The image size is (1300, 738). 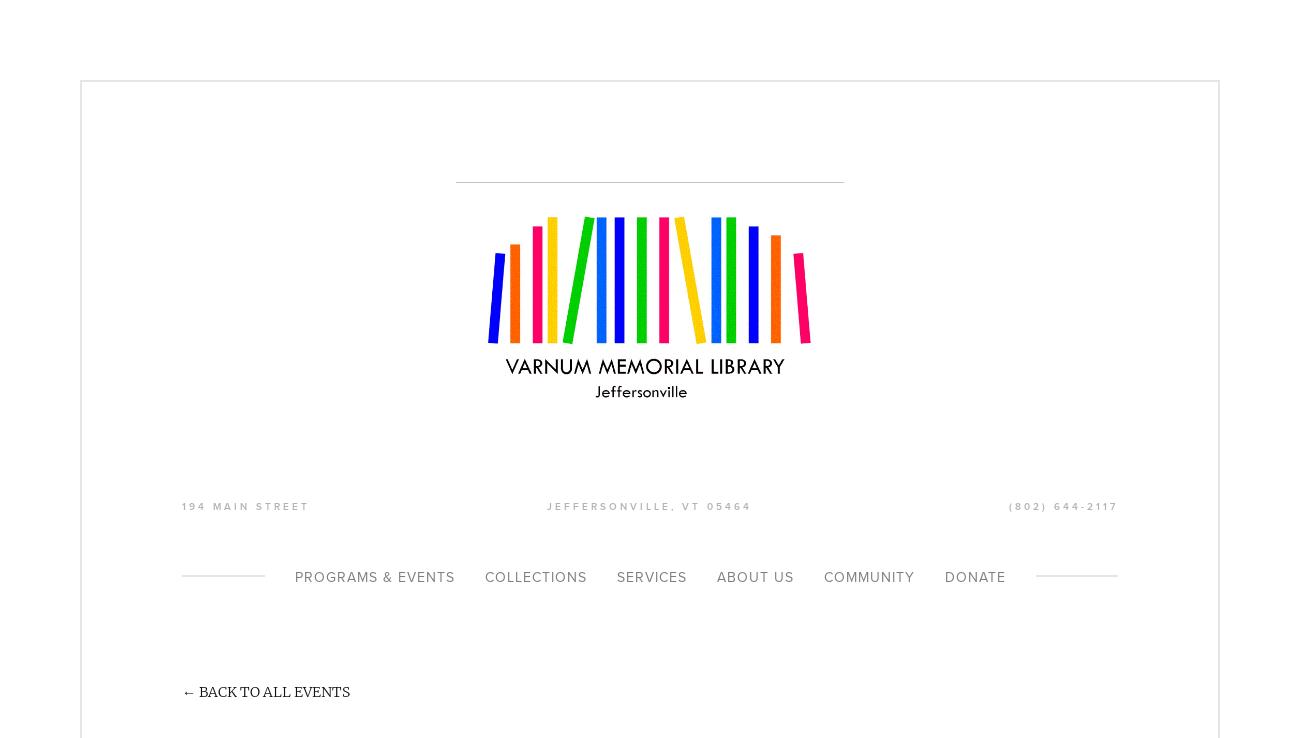 I want to click on 'Programs & Events', so click(x=373, y=577).